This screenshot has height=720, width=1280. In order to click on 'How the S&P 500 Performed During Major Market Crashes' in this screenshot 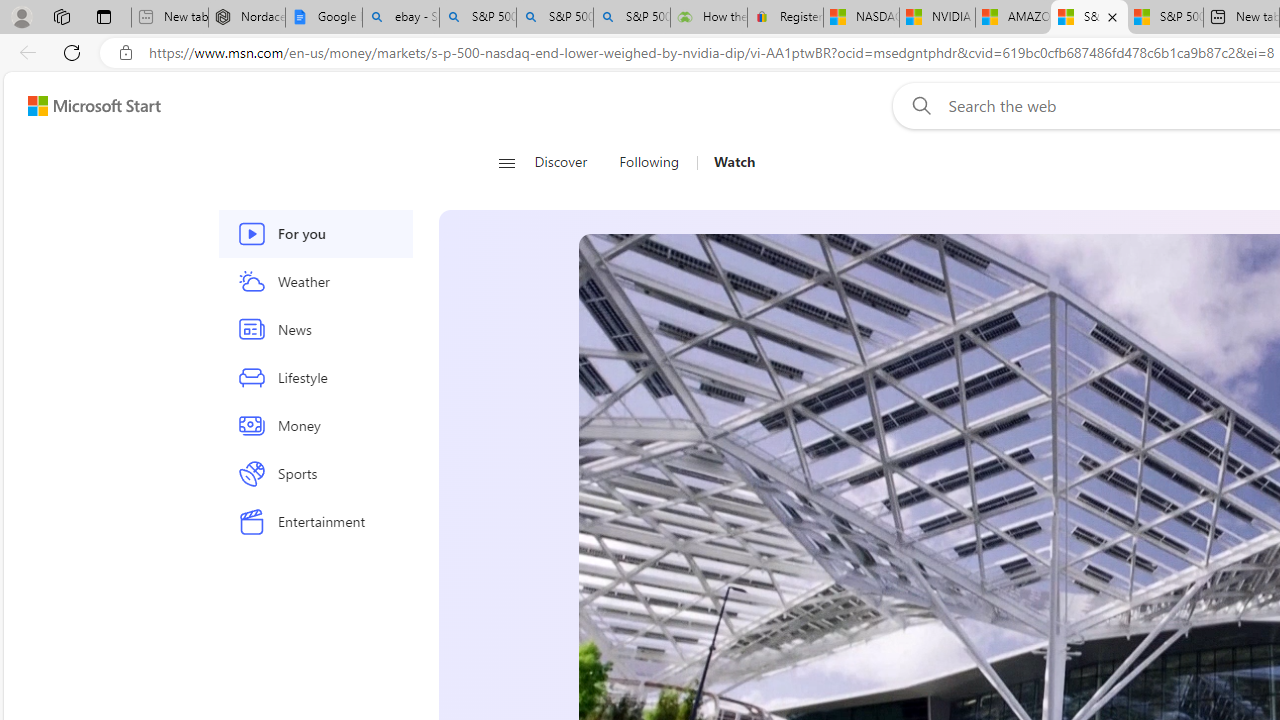, I will do `click(709, 17)`.